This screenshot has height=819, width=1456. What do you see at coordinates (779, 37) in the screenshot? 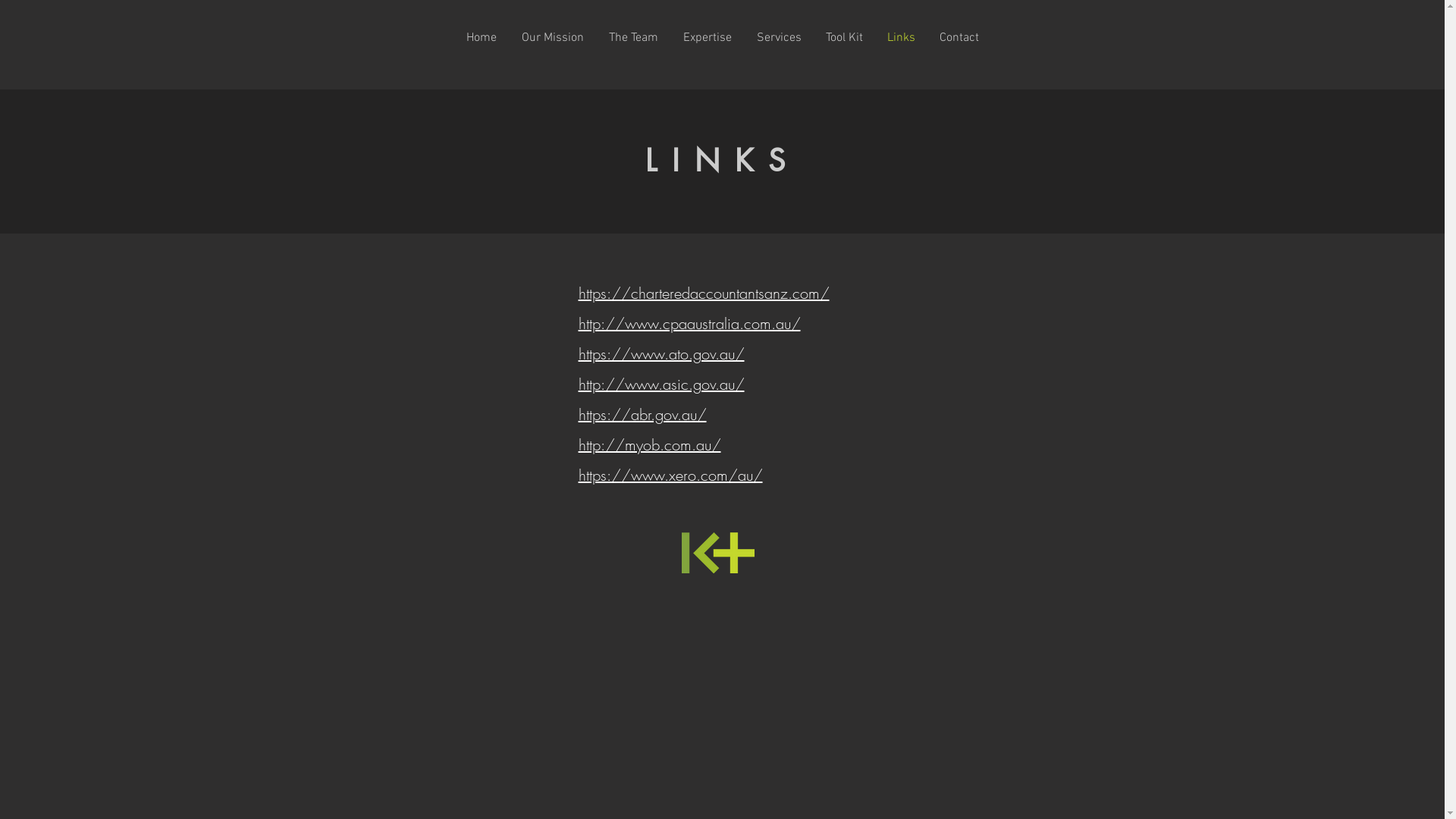
I see `'Services'` at bounding box center [779, 37].